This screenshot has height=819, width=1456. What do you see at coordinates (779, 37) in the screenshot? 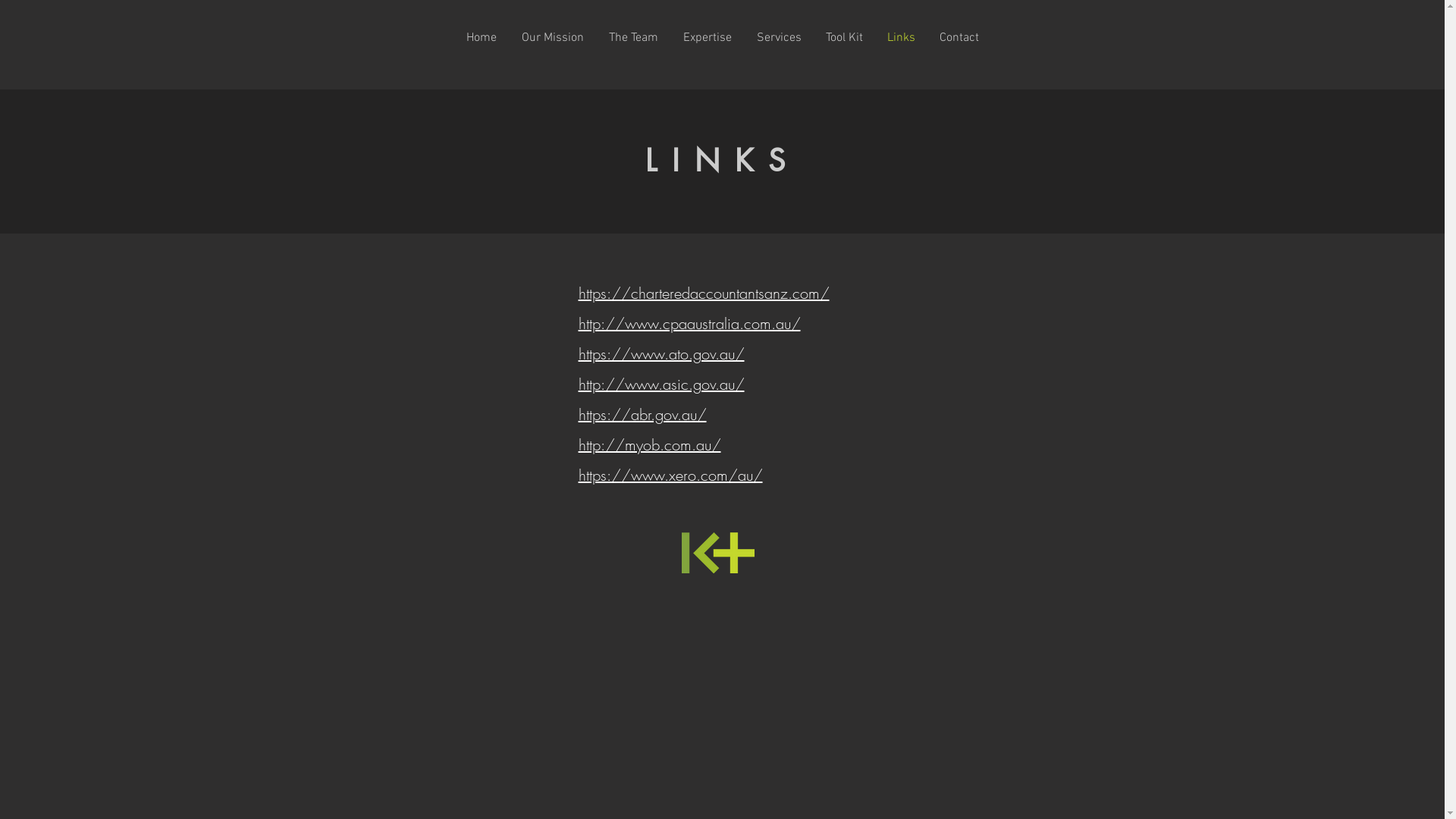
I see `'Services'` at bounding box center [779, 37].